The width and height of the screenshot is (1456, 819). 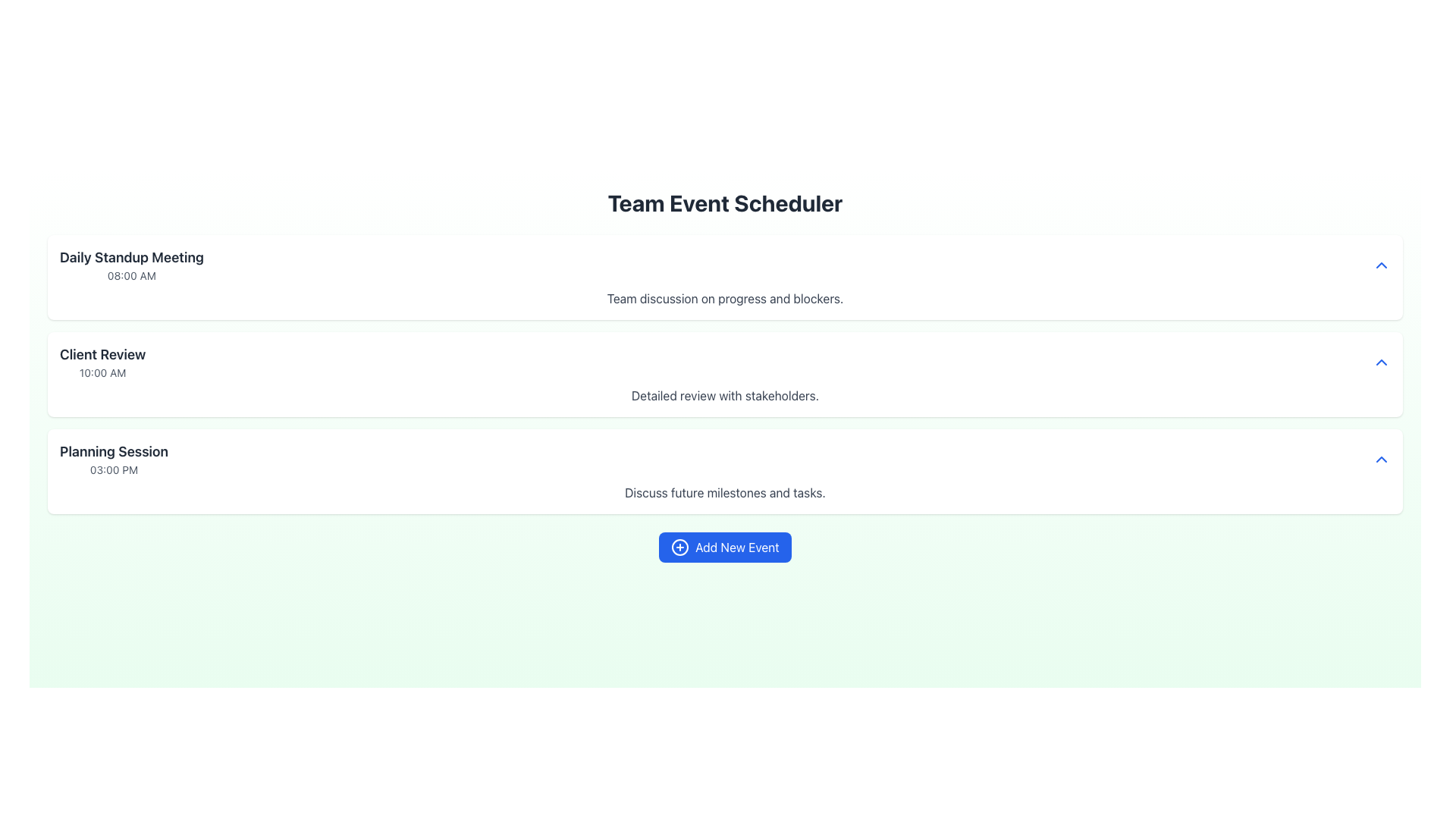 I want to click on text displayed in the smaller gray font labeled '10:00 AM', which is located underneath the 'Client Review' header within the scheduled event card, so click(x=102, y=373).